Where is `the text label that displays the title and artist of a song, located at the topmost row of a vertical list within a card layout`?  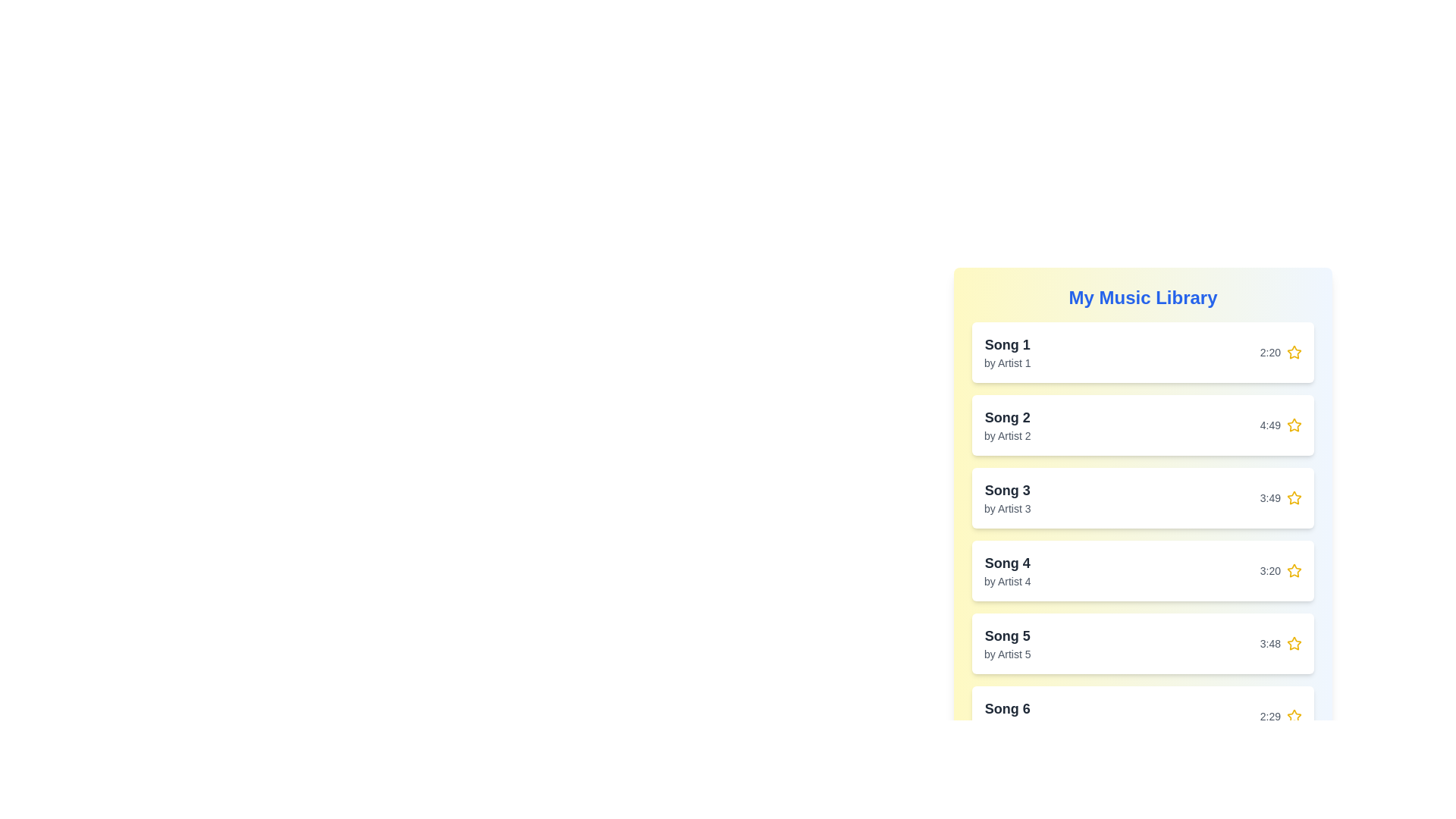 the text label that displays the title and artist of a song, located at the topmost row of a vertical list within a card layout is located at coordinates (1007, 353).